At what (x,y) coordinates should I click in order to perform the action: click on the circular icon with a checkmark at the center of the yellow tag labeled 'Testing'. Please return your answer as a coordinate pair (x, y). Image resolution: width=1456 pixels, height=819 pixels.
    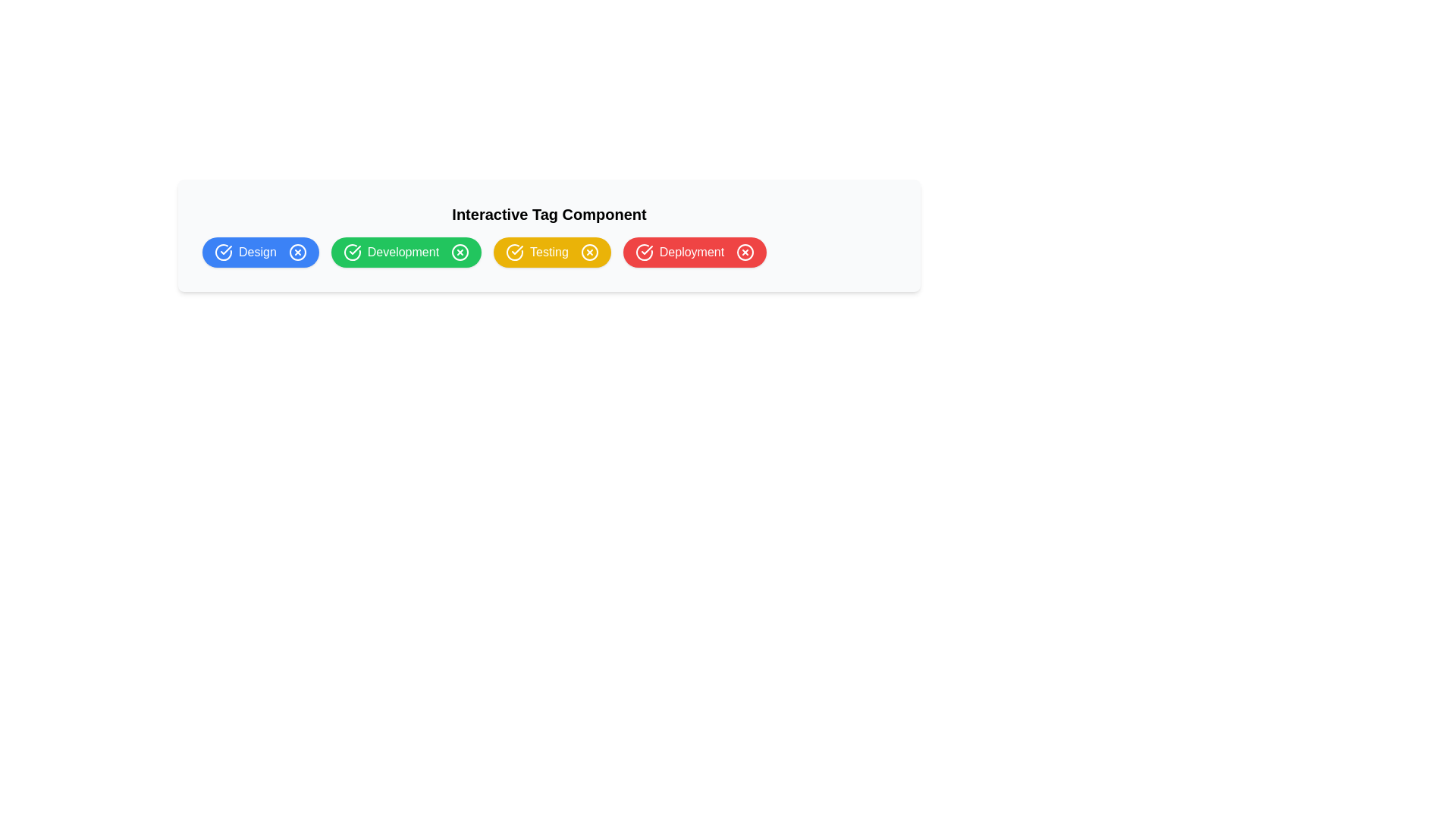
    Looking at the image, I should click on (515, 251).